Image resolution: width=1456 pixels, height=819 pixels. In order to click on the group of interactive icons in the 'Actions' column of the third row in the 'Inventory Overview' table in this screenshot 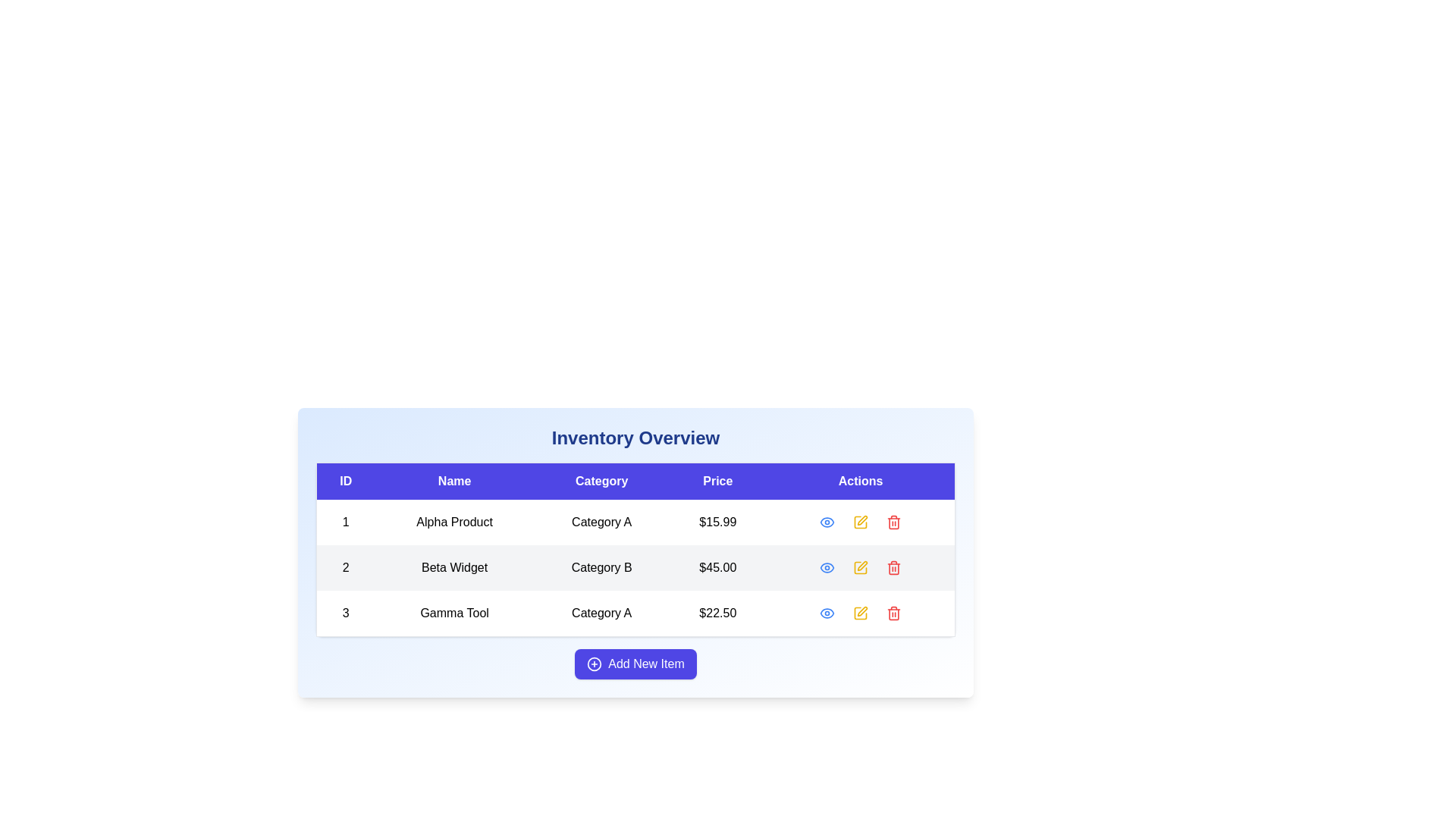, I will do `click(861, 613)`.